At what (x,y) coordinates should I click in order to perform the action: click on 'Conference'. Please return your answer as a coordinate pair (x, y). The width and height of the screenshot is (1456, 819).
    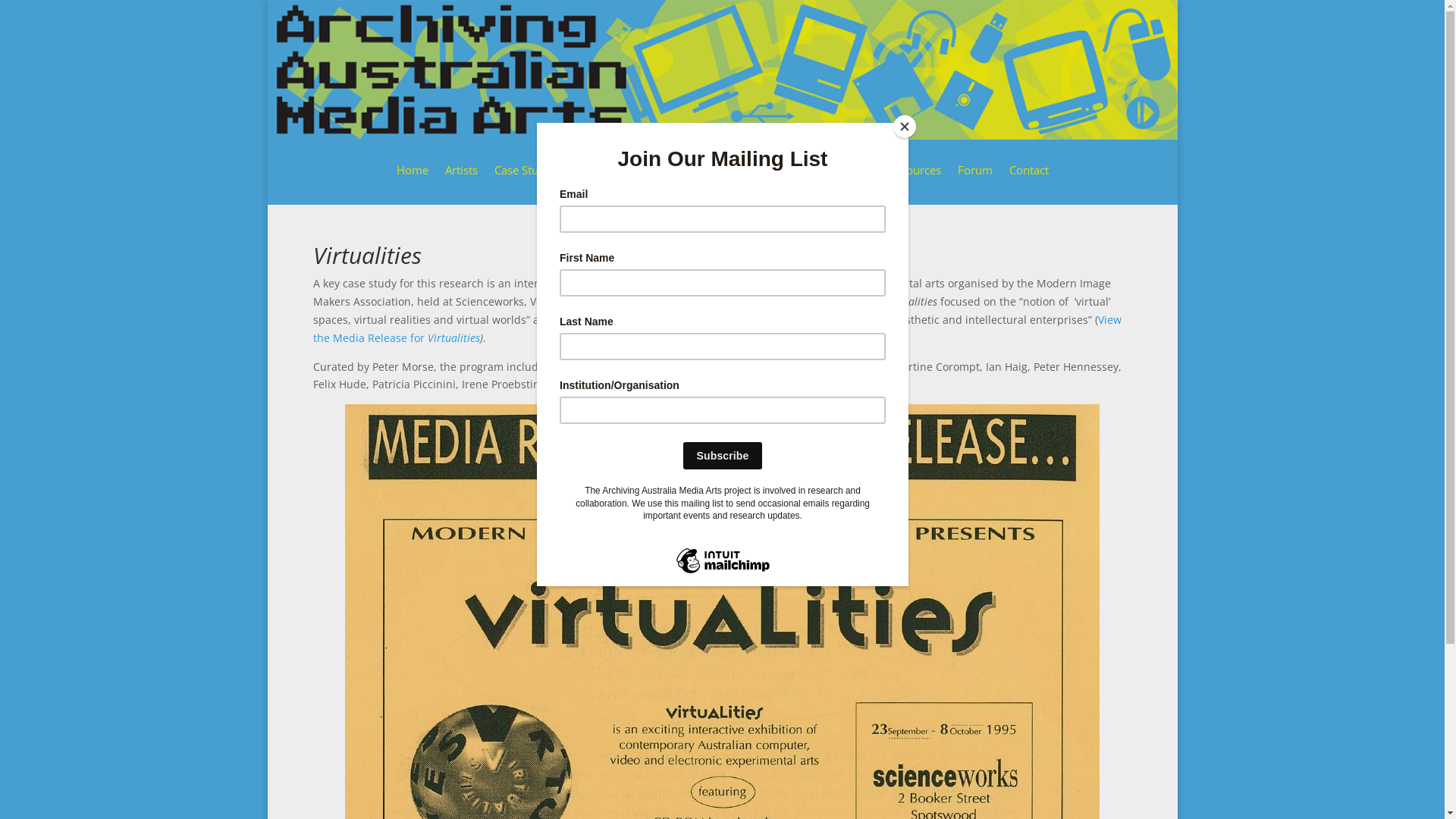
    Looking at the image, I should click on (792, 180).